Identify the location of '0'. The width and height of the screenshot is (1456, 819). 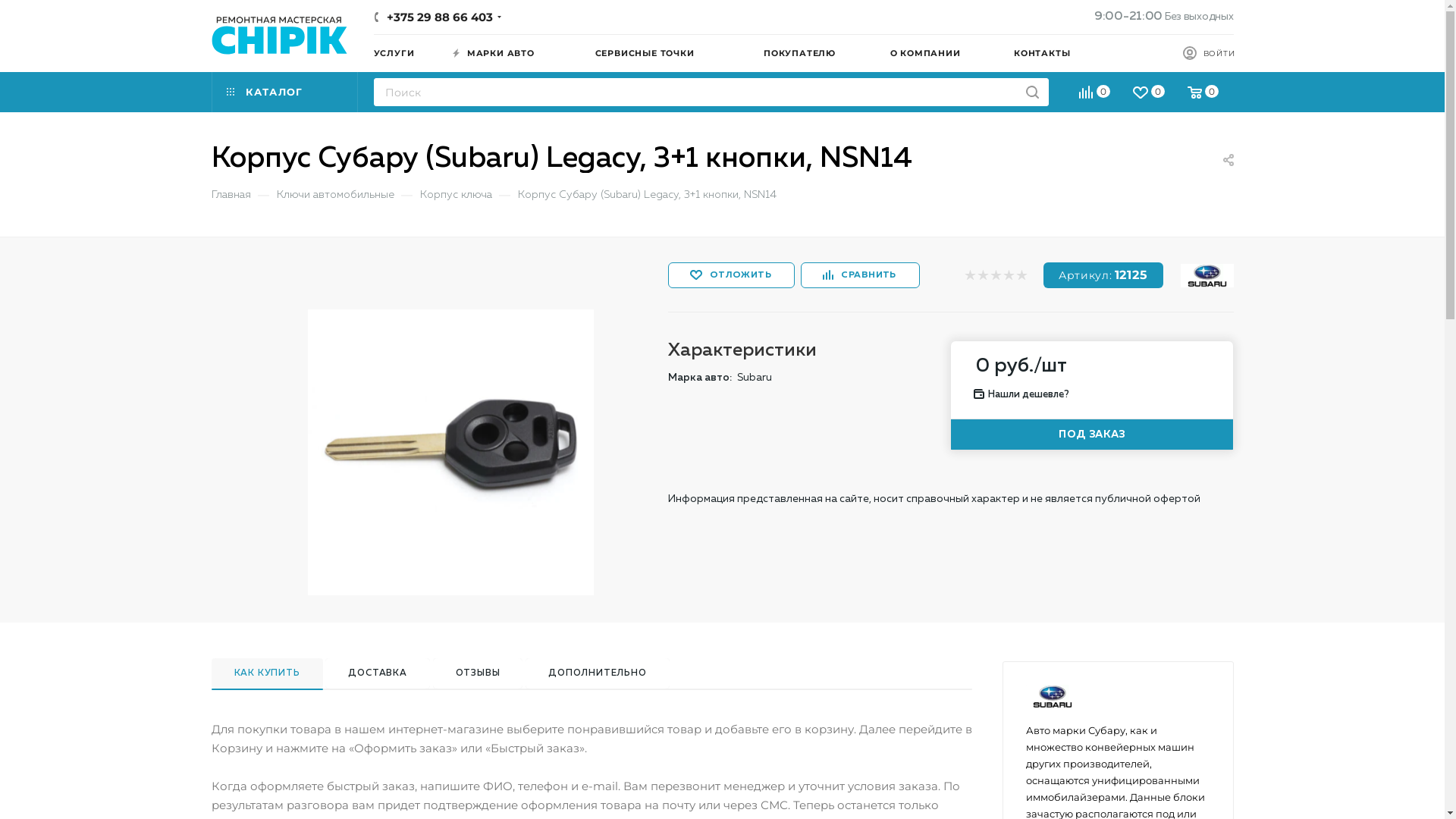
(1094, 94).